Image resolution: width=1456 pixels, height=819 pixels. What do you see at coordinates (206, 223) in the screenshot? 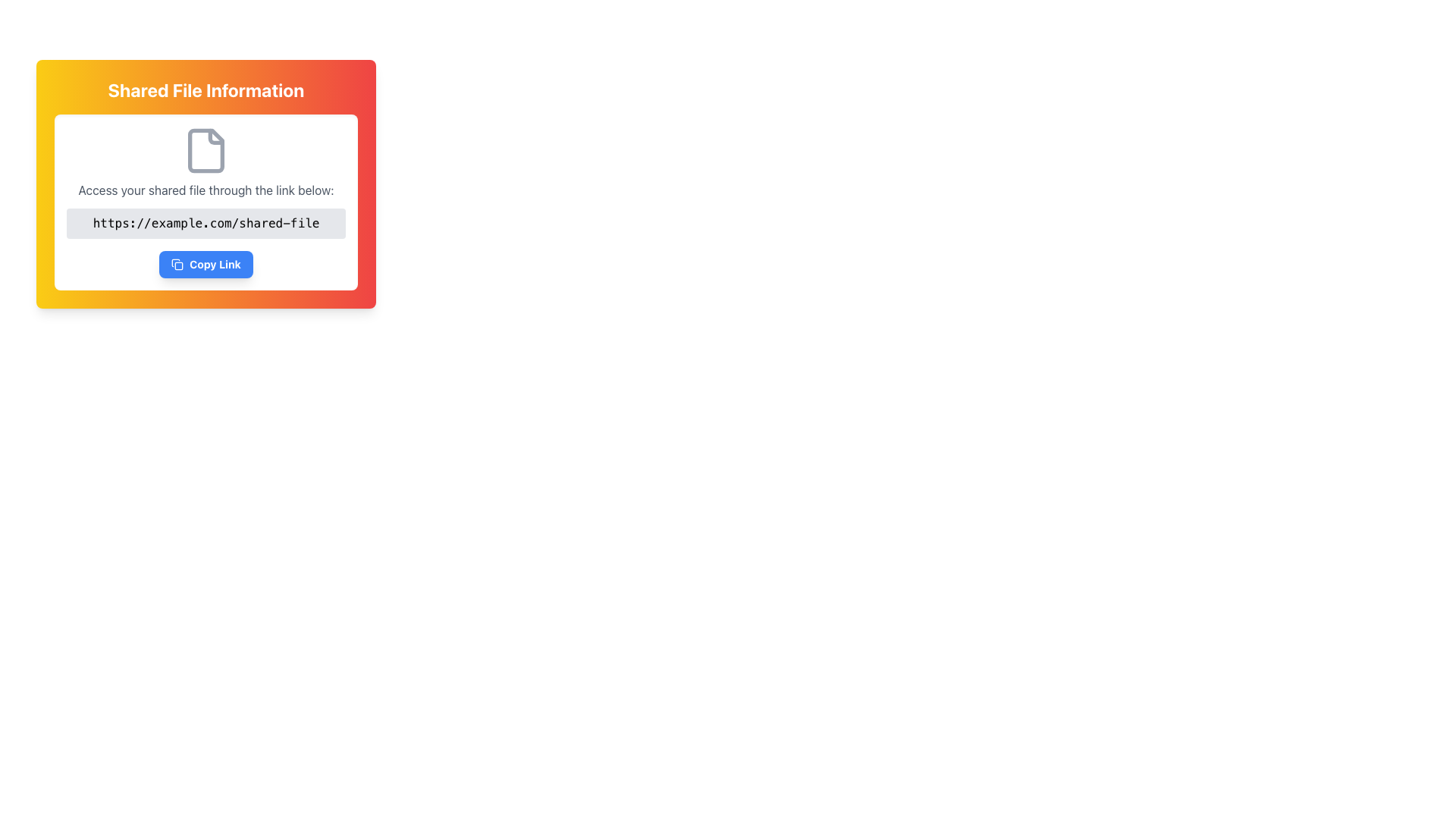
I see `the static text display showing the URL 'https://example.com/shared-file' that has a rounded light-gray background and is center-aligned` at bounding box center [206, 223].